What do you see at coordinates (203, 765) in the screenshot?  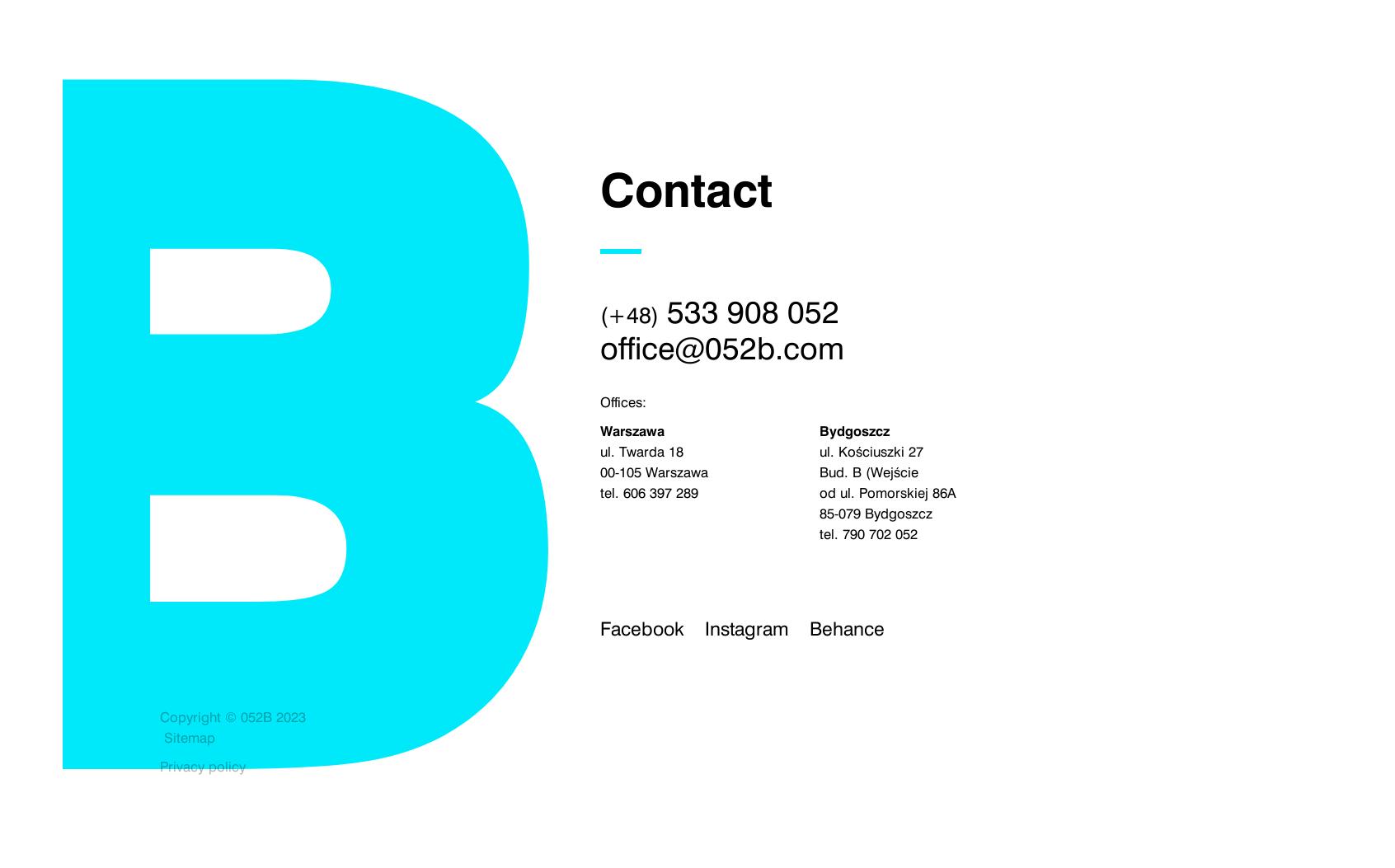 I see `'Privacy policy'` at bounding box center [203, 765].